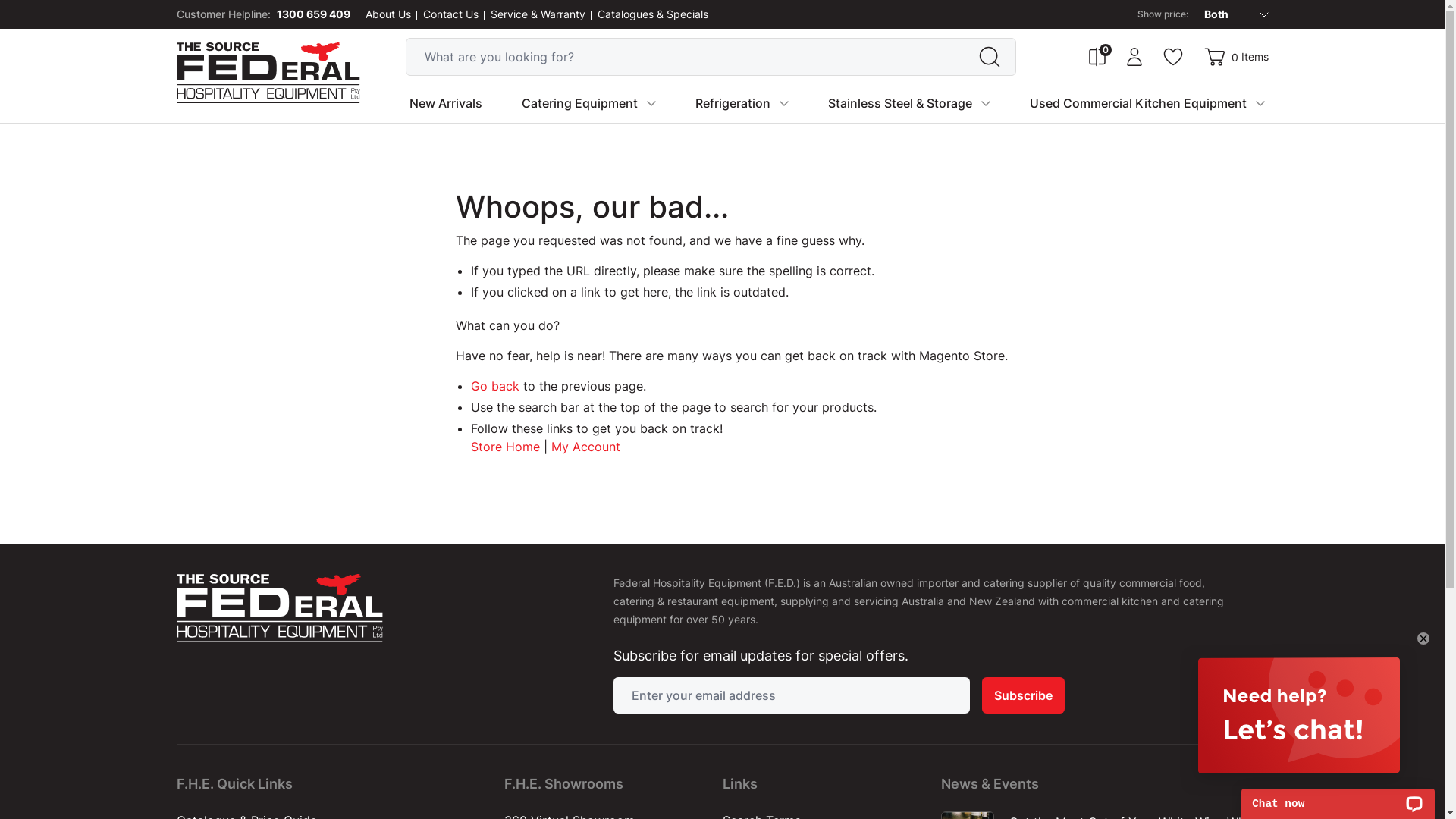 The image size is (1456, 819). What do you see at coordinates (268, 73) in the screenshot?
I see `'Federal Hospitality Equipment'` at bounding box center [268, 73].